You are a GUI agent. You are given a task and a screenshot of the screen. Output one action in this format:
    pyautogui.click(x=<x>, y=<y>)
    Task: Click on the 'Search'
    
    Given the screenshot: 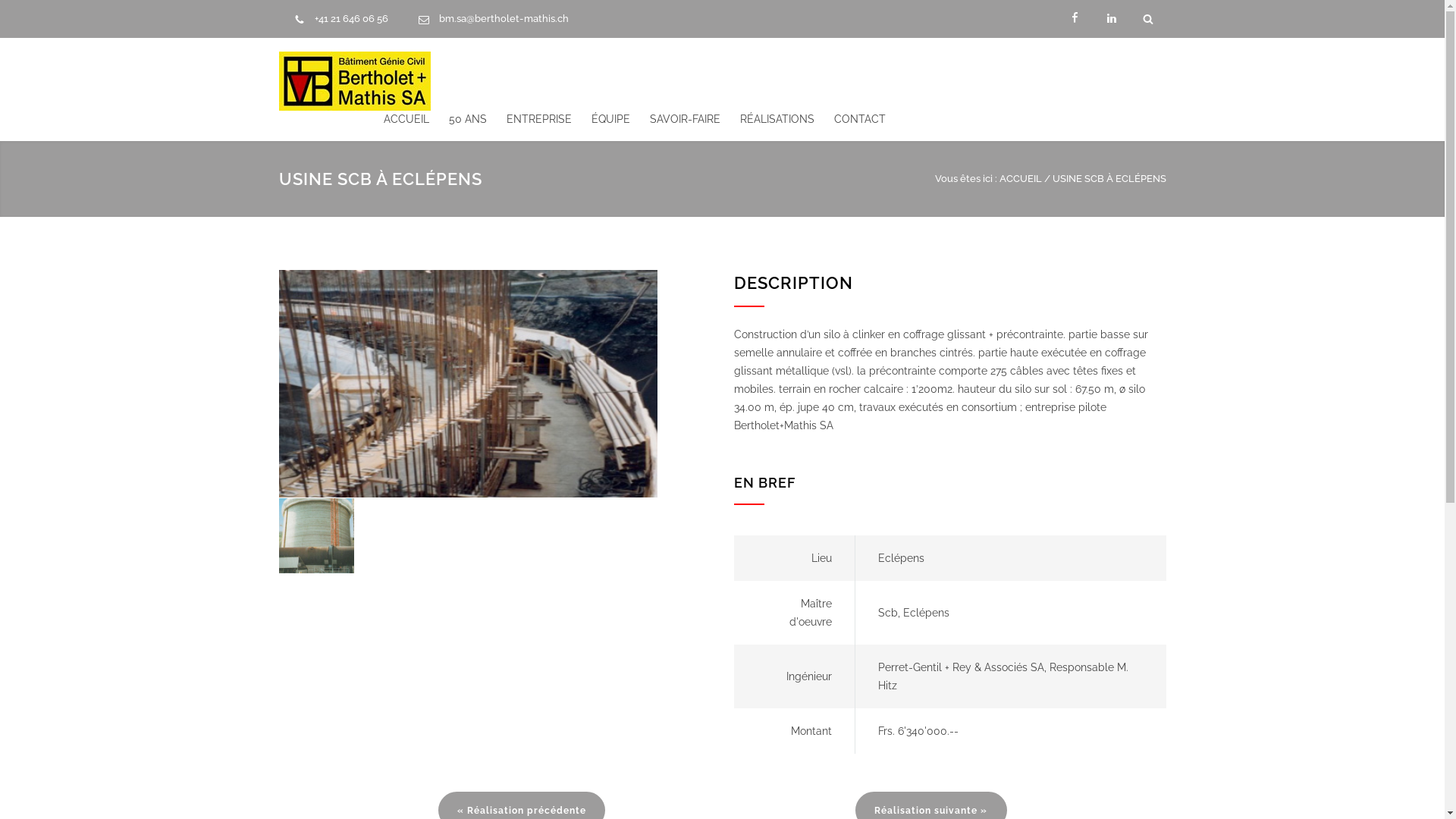 What is the action you would take?
    pyautogui.click(x=1147, y=18)
    